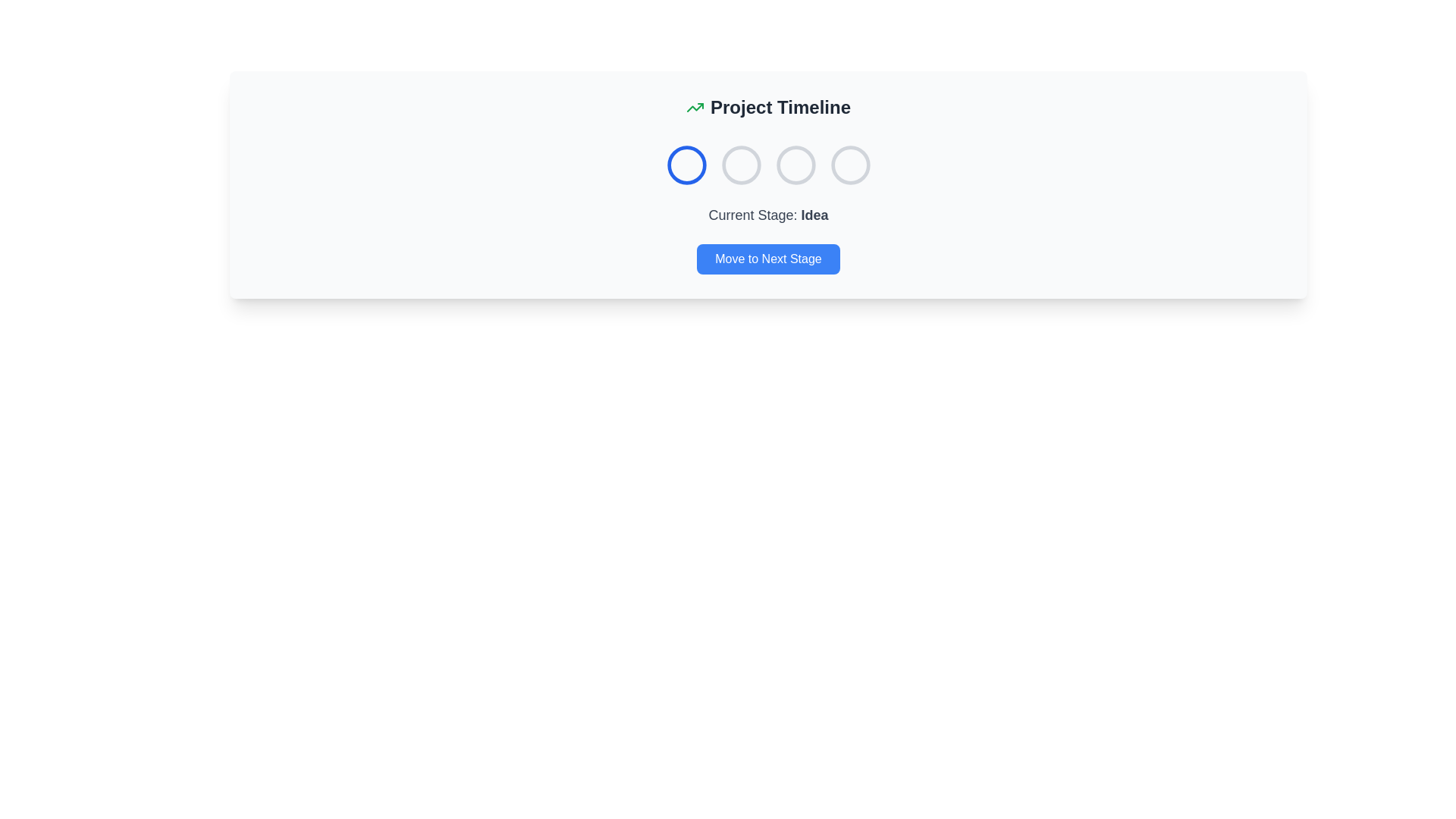  Describe the element at coordinates (741, 165) in the screenshot. I see `the second circular progress indicator in the project timeline, which is centrally located beneath the 'Project Timeline' title and next to the 'Current Stage: Idea' label` at that location.